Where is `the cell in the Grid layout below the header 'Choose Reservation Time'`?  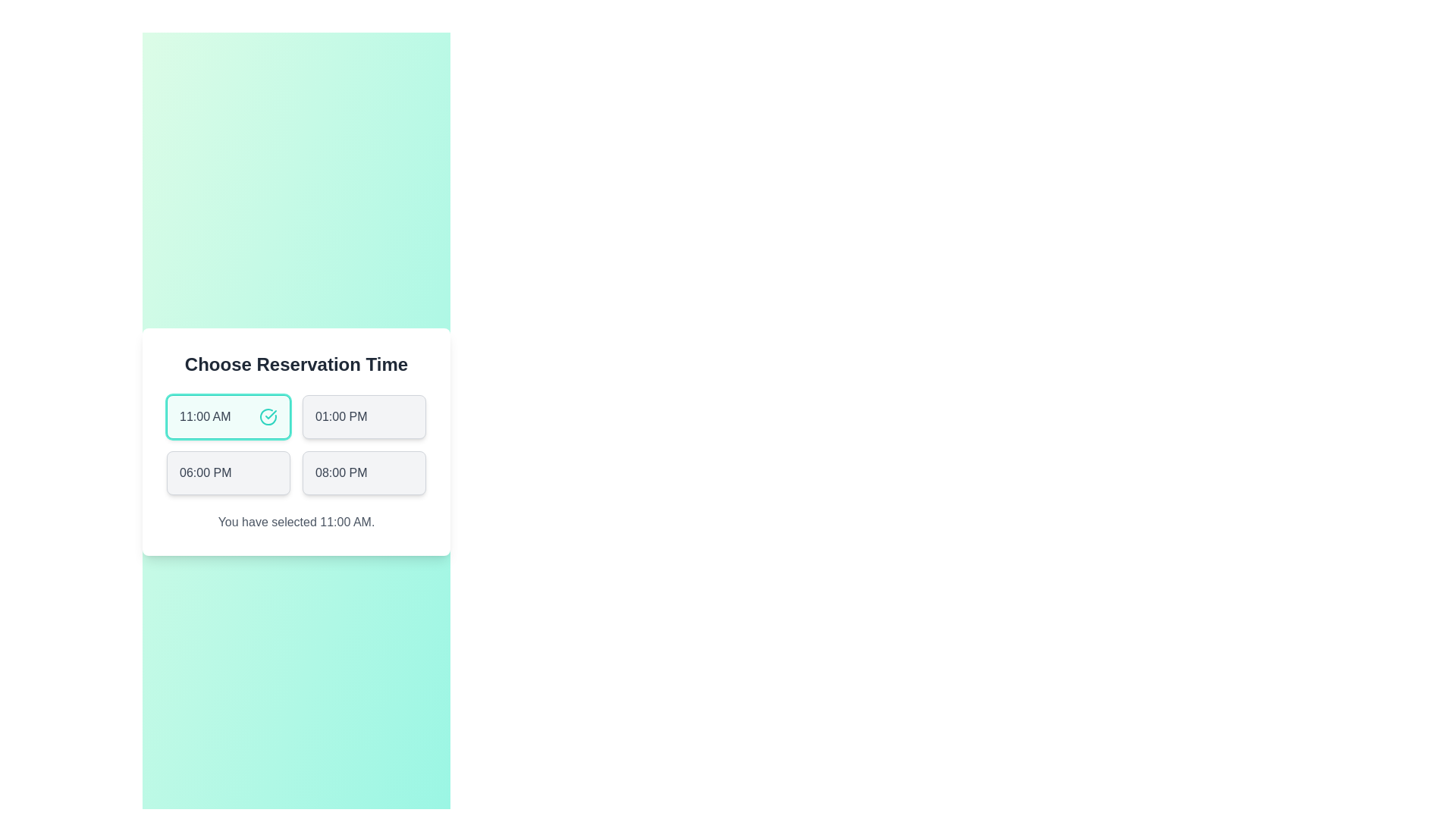 the cell in the Grid layout below the header 'Choose Reservation Time' is located at coordinates (296, 444).